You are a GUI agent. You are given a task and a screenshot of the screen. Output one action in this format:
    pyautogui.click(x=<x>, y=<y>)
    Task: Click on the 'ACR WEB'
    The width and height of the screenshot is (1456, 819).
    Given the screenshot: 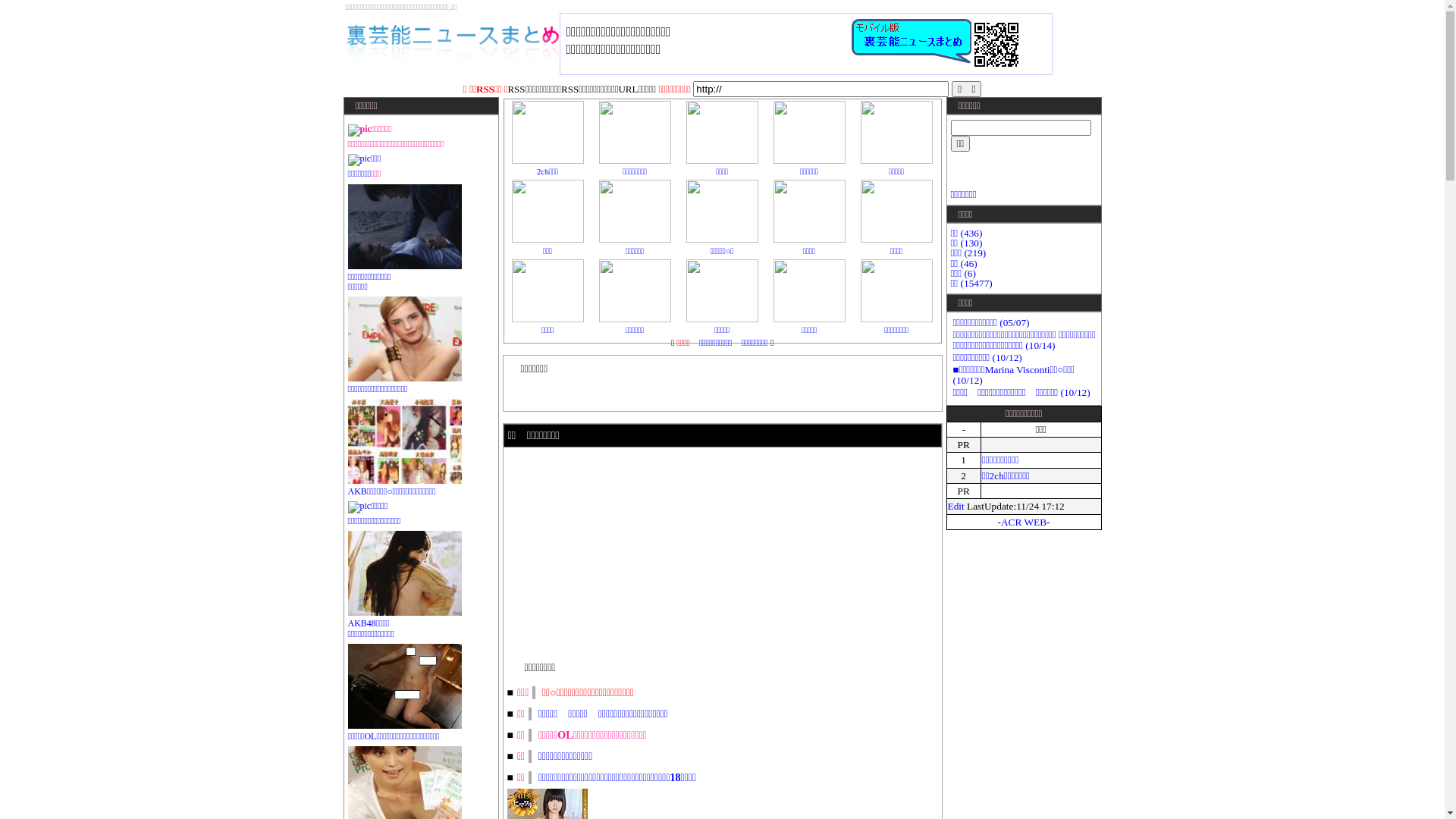 What is the action you would take?
    pyautogui.click(x=1023, y=521)
    